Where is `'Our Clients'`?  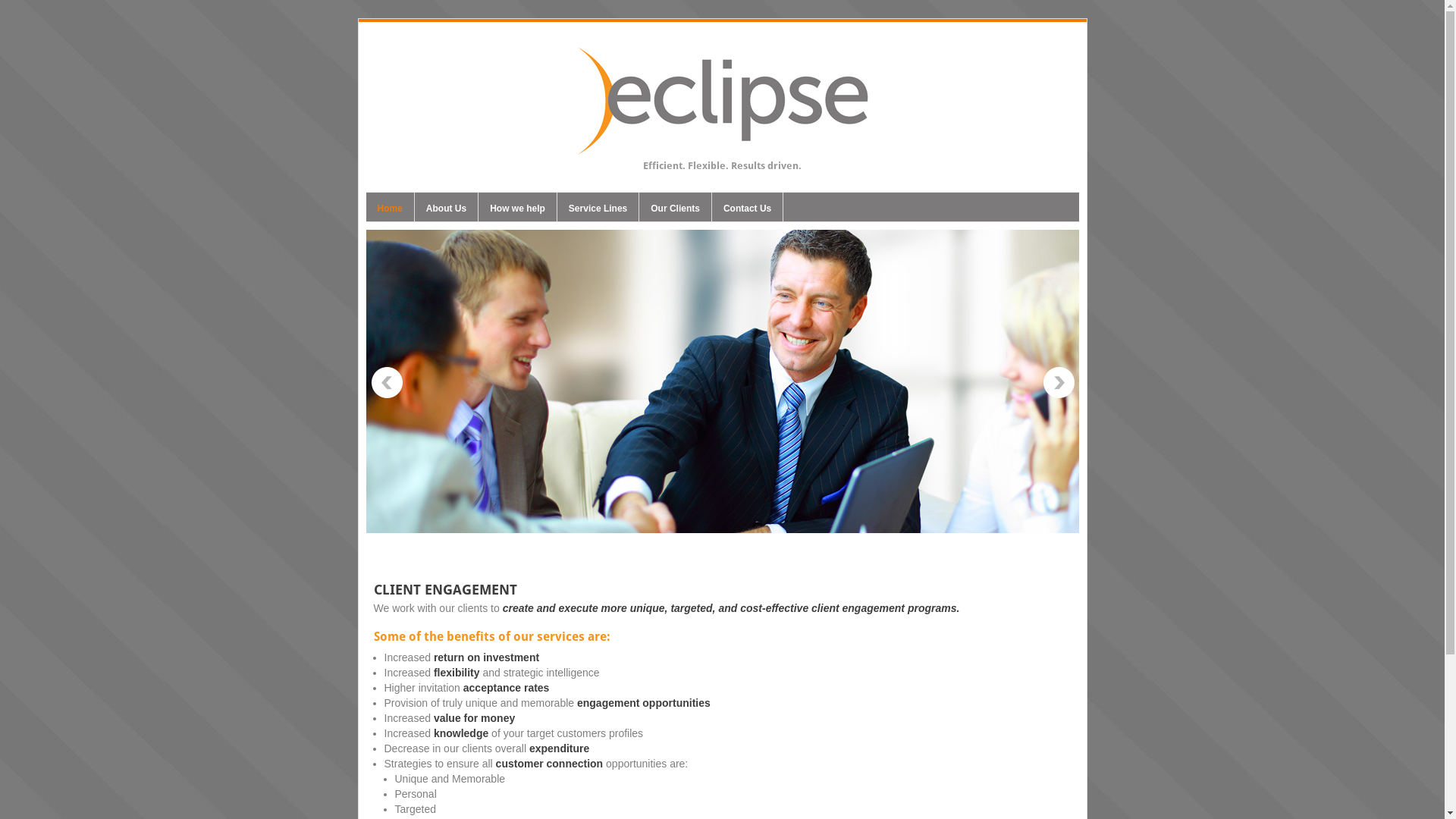 'Our Clients' is located at coordinates (674, 210).